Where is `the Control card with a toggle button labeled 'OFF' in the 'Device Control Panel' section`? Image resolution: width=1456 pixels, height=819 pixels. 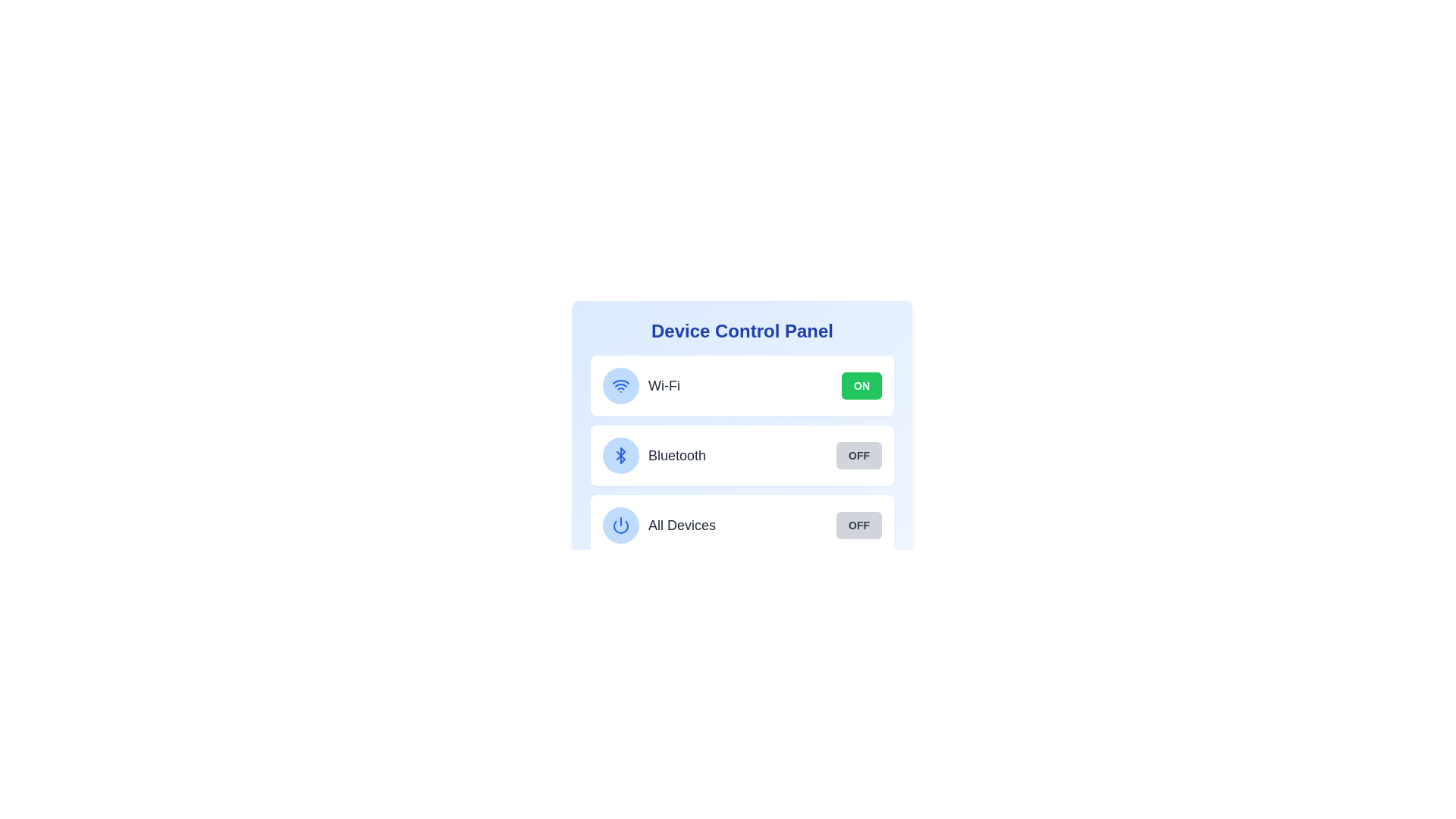 the Control card with a toggle button labeled 'OFF' in the 'Device Control Panel' section is located at coordinates (742, 525).